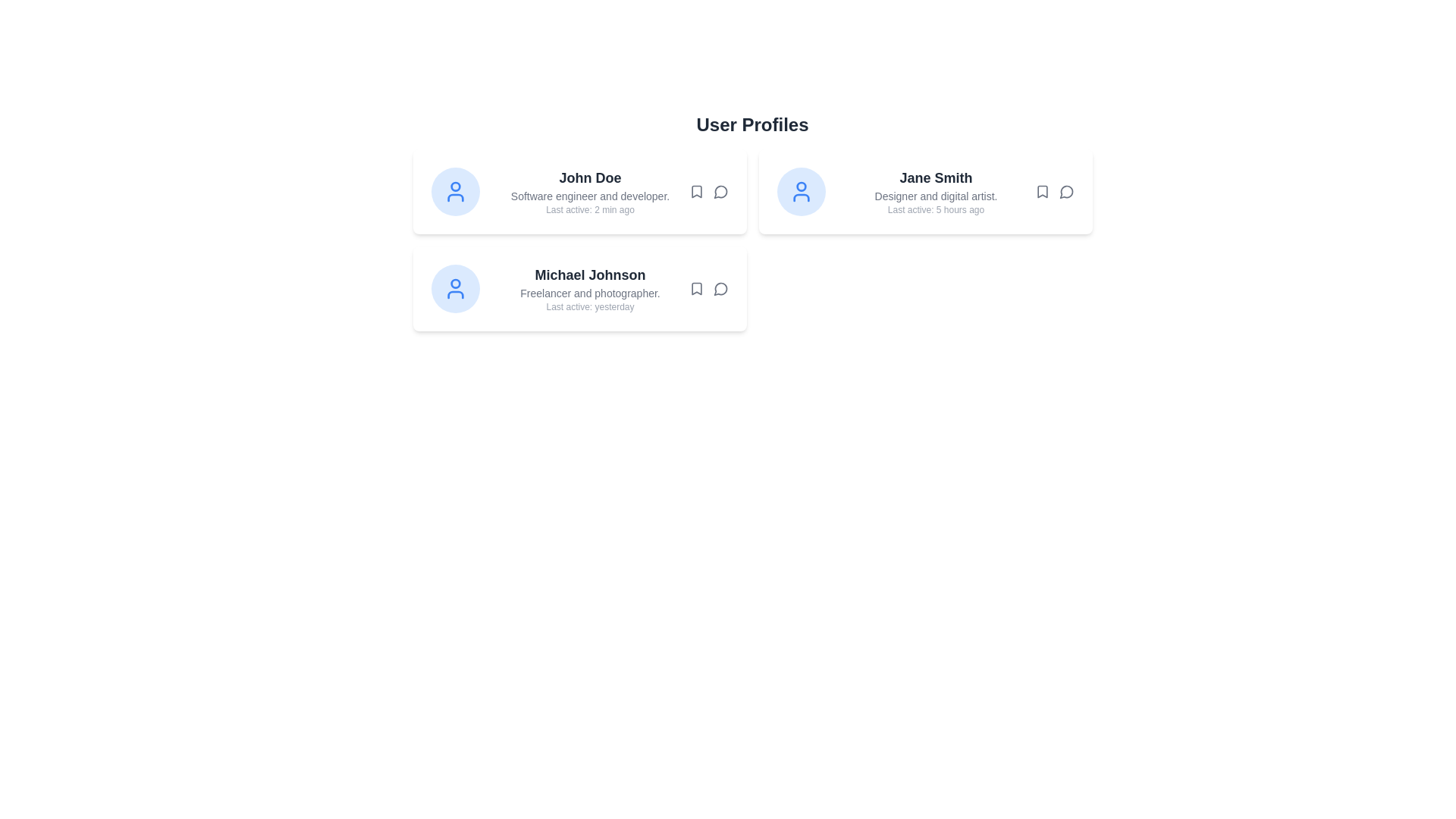 This screenshot has height=819, width=1456. What do you see at coordinates (589, 275) in the screenshot?
I see `the name label for the user profile 'Michael Johnson'` at bounding box center [589, 275].